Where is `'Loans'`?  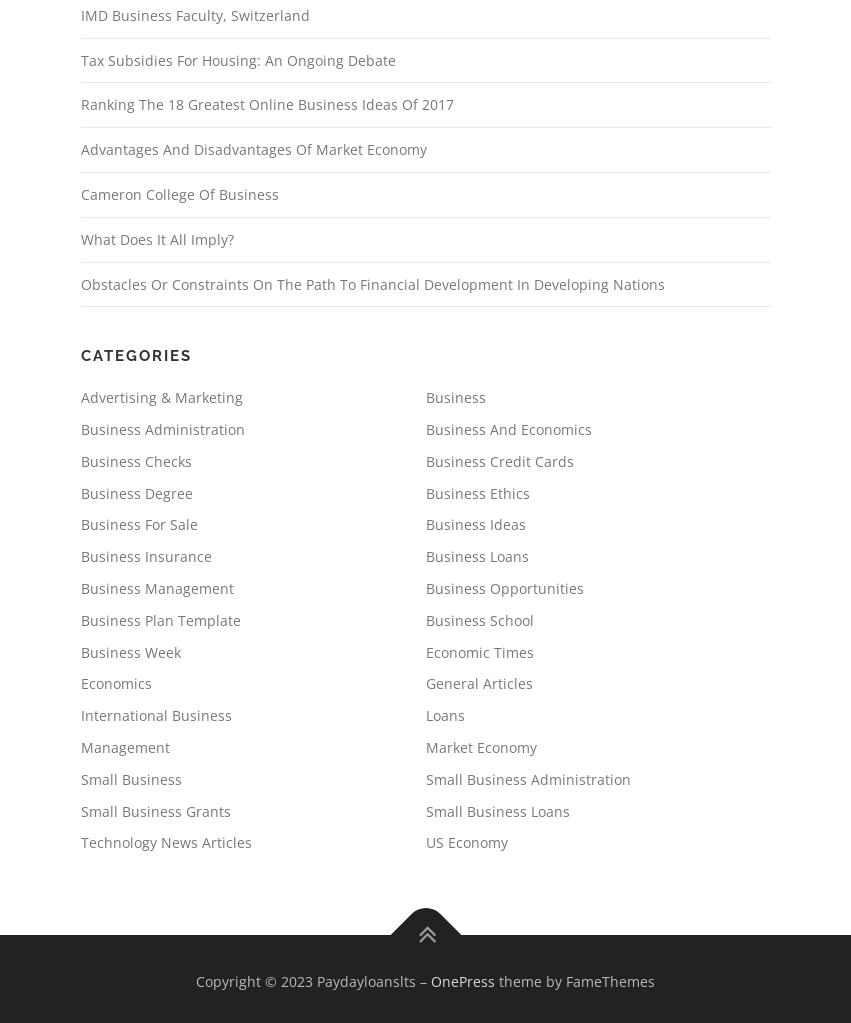 'Loans' is located at coordinates (444, 715).